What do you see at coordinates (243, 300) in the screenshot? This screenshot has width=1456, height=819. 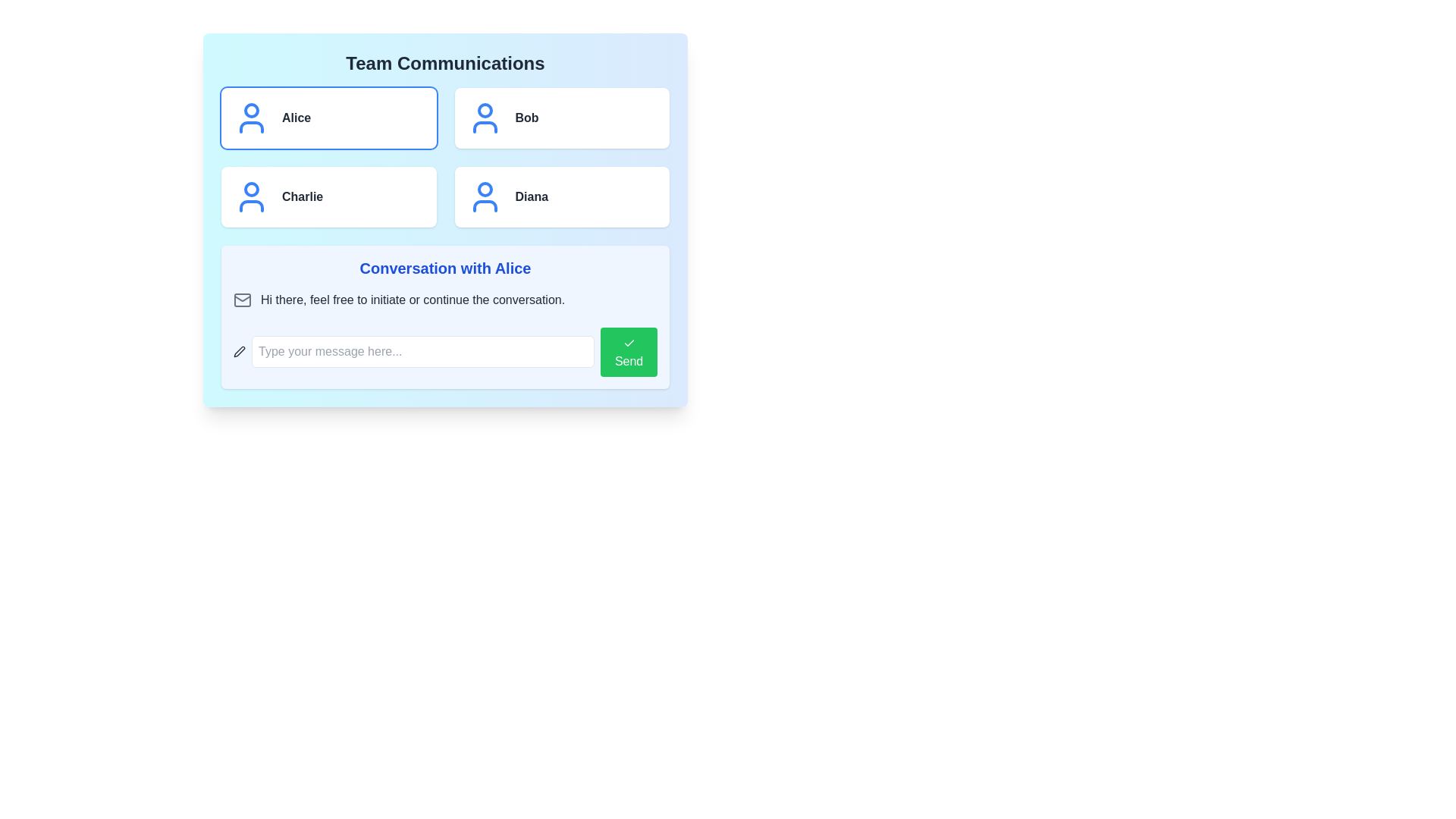 I see `the graphical shape representing the body of the email envelope within the email icon, located to the left of the text 'Hi there, feel free to initiate or continue the conversation.'` at bounding box center [243, 300].